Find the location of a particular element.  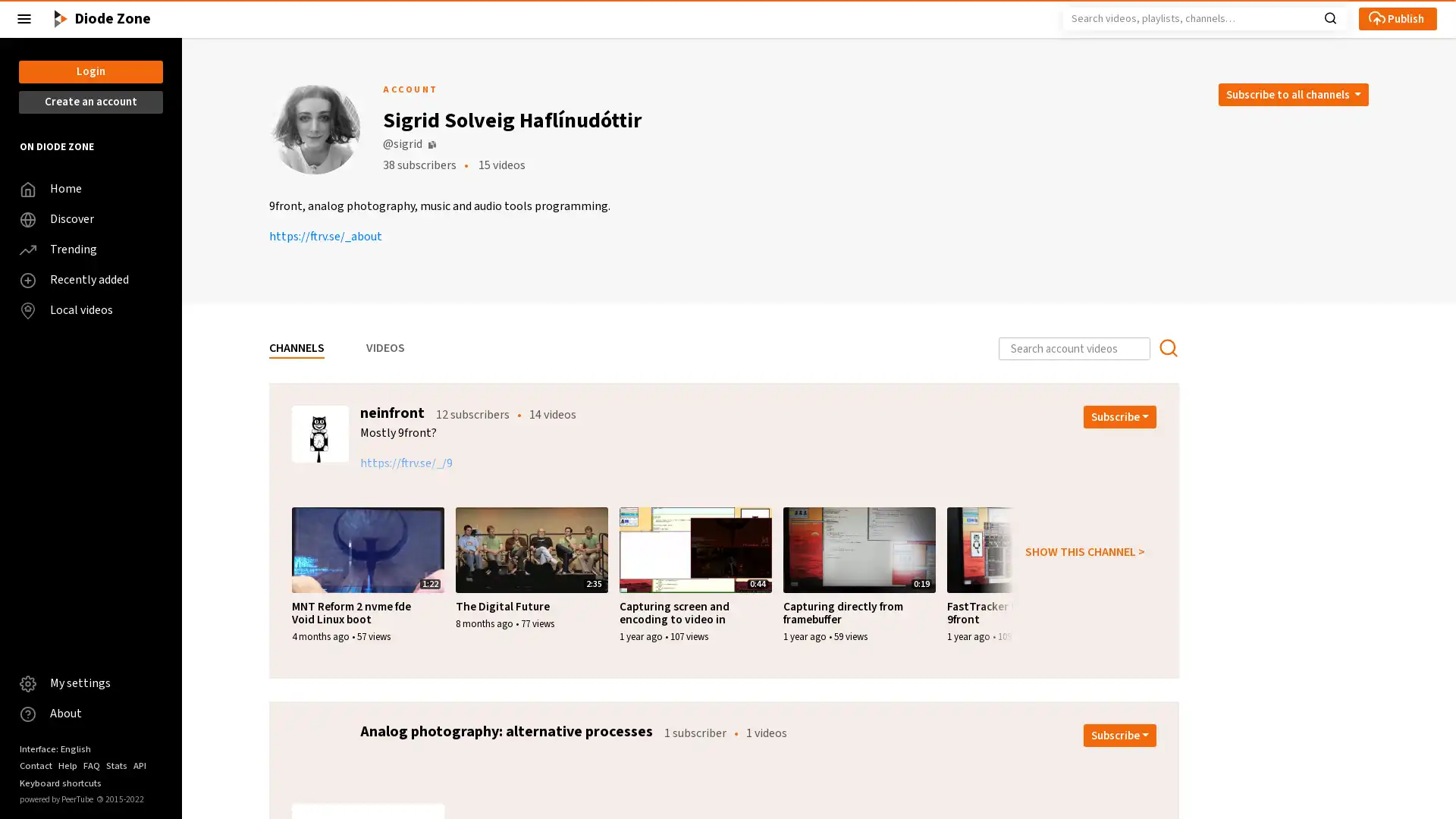

Interface: English is located at coordinates (55, 748).